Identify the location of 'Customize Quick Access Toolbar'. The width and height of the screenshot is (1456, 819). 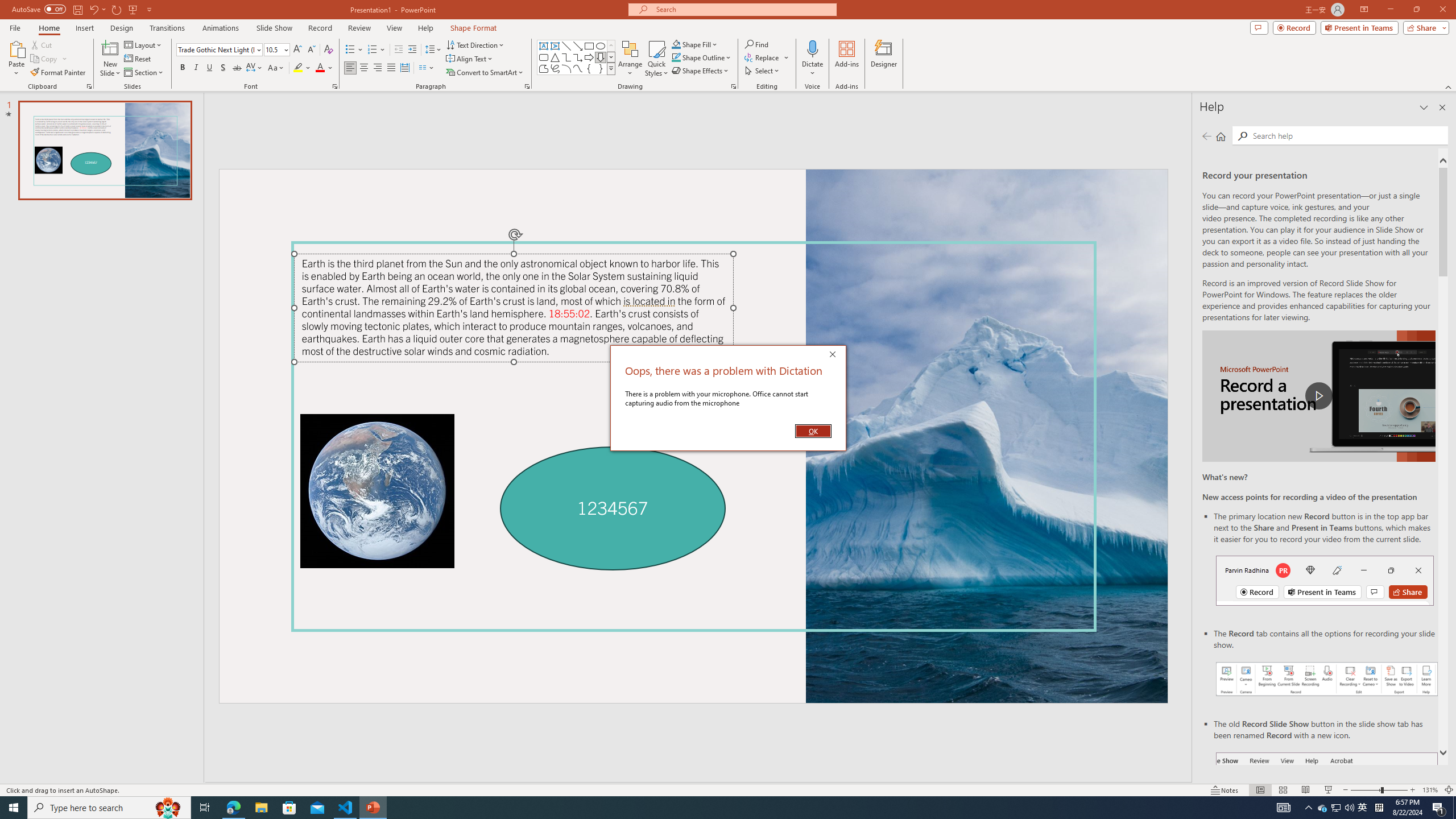
(148, 9).